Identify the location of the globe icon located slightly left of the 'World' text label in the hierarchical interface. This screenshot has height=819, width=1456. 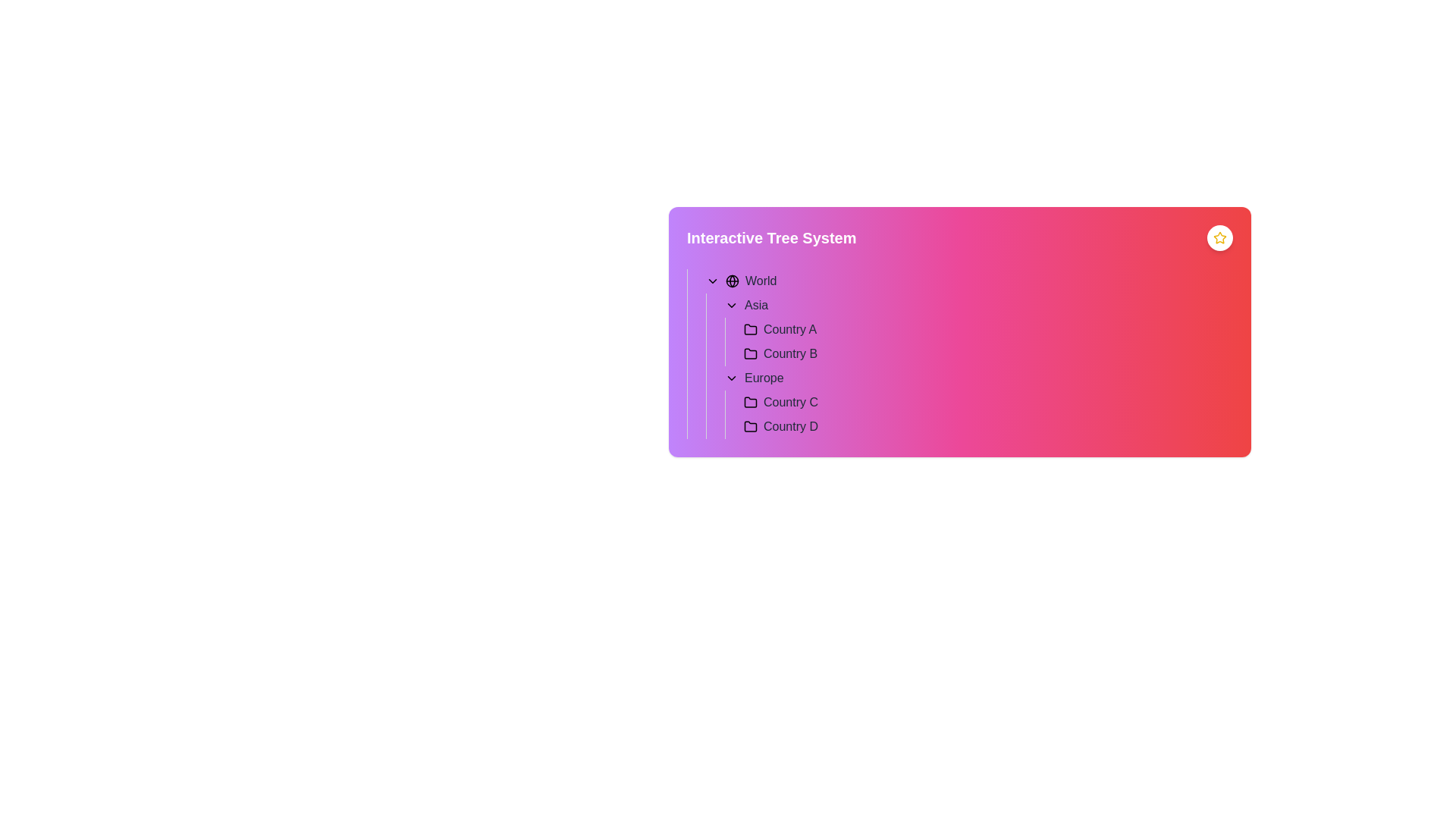
(732, 281).